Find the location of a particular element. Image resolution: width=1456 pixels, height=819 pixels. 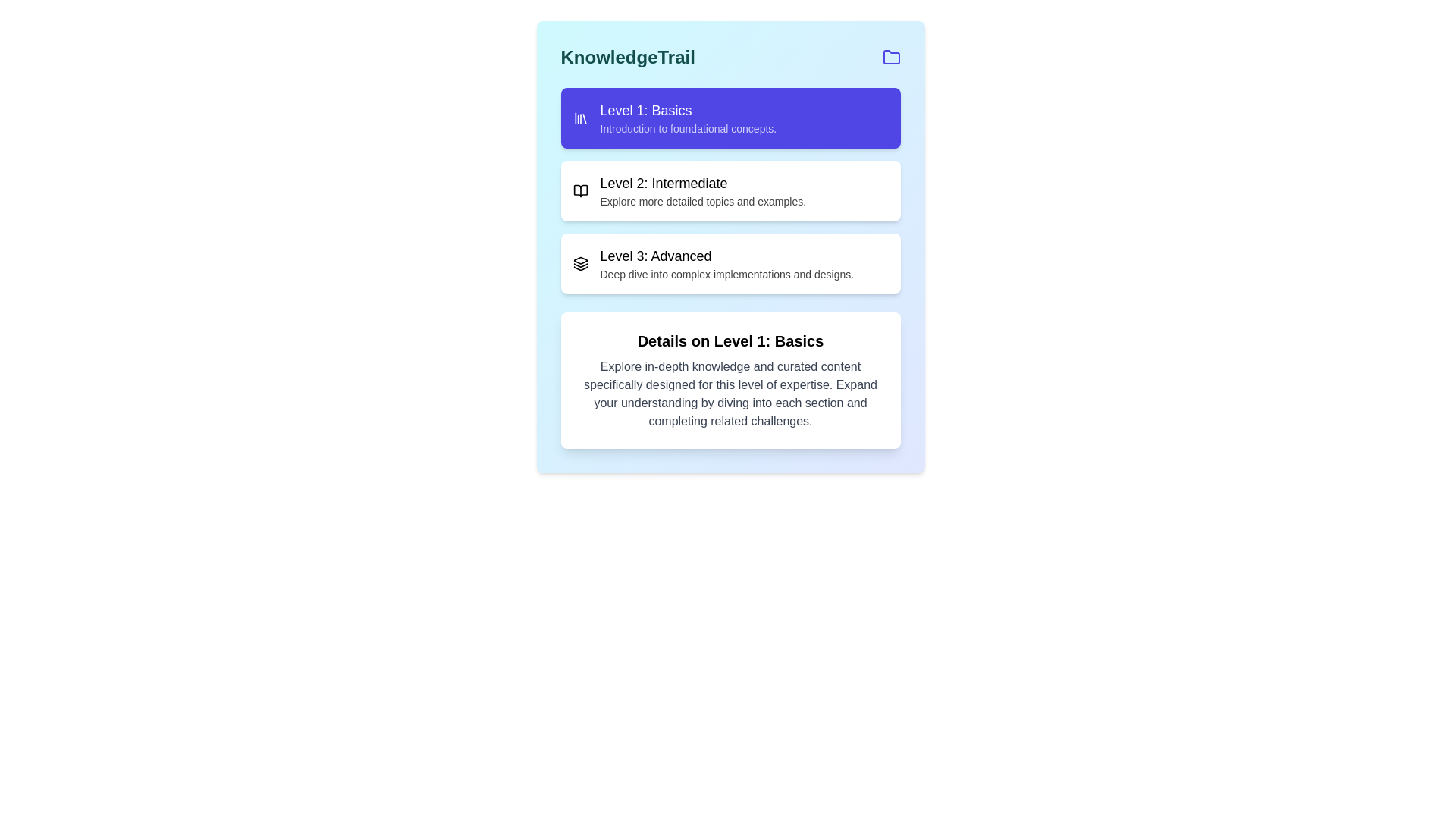

the text content element that displays 'Level 1: Basics' and 'Introduction to foundational concepts' is located at coordinates (687, 117).